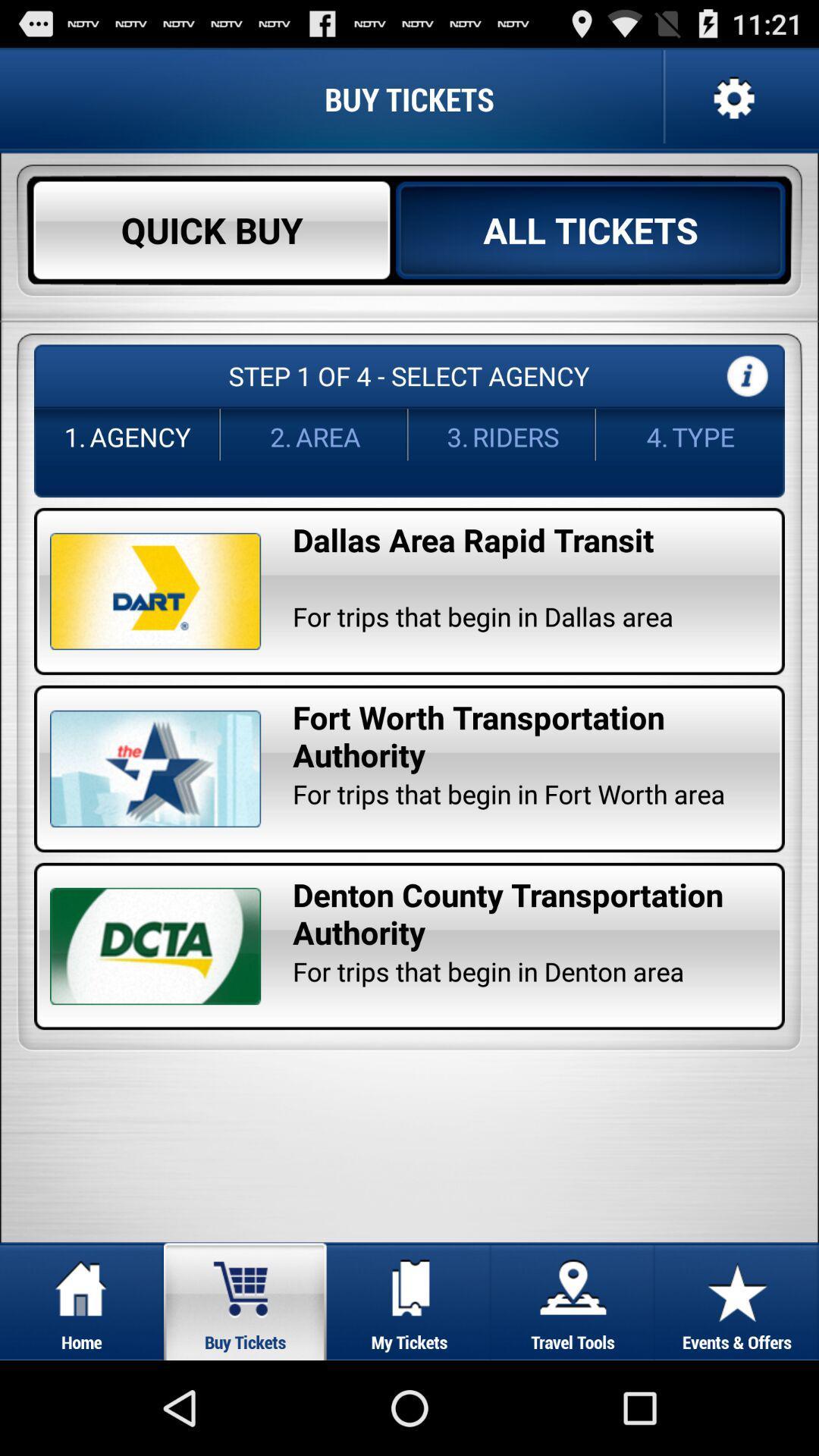 This screenshot has width=819, height=1456. What do you see at coordinates (746, 402) in the screenshot?
I see `the info icon` at bounding box center [746, 402].